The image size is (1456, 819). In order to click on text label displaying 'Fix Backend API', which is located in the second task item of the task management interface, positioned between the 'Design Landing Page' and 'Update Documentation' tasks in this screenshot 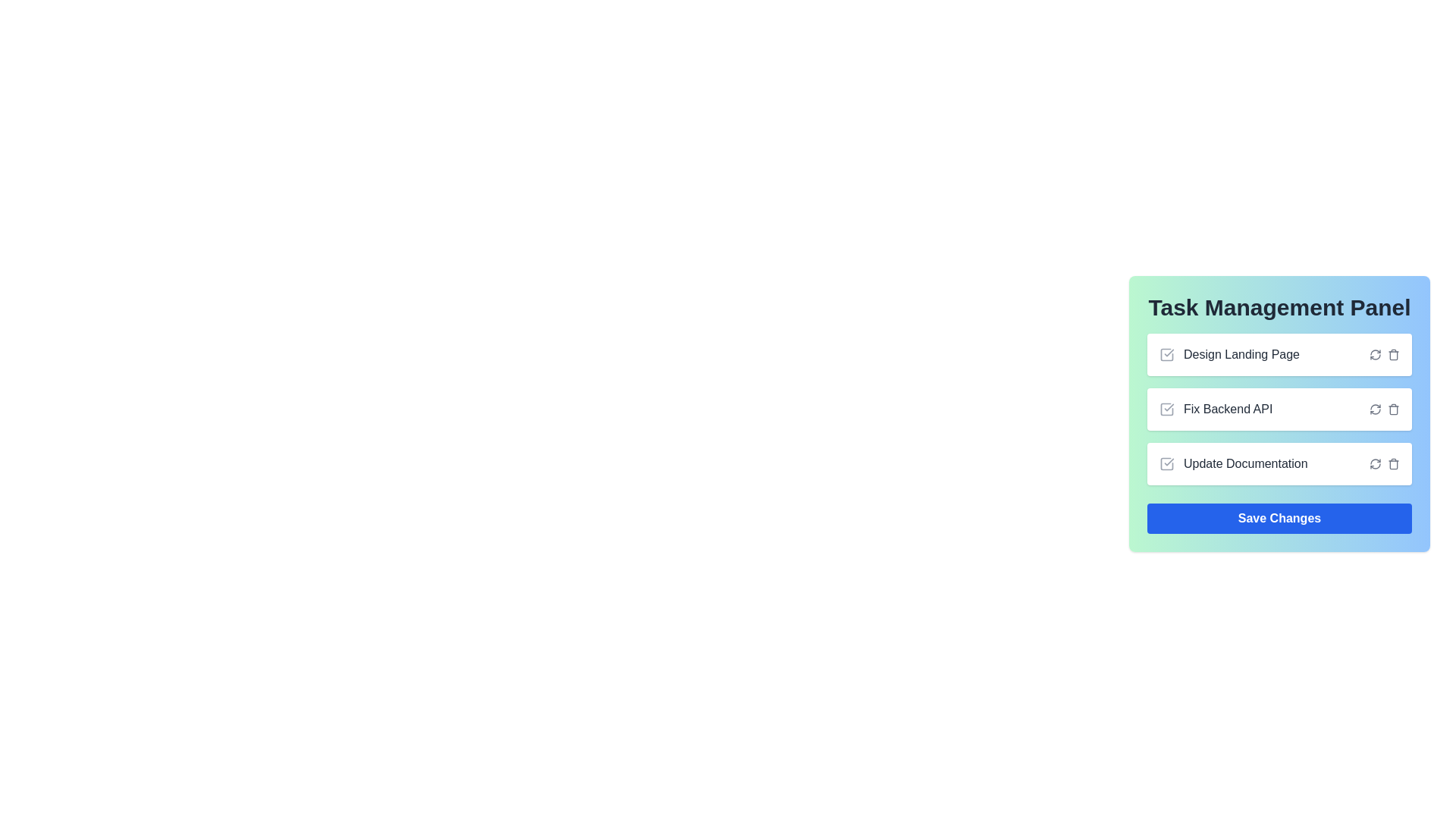, I will do `click(1228, 409)`.